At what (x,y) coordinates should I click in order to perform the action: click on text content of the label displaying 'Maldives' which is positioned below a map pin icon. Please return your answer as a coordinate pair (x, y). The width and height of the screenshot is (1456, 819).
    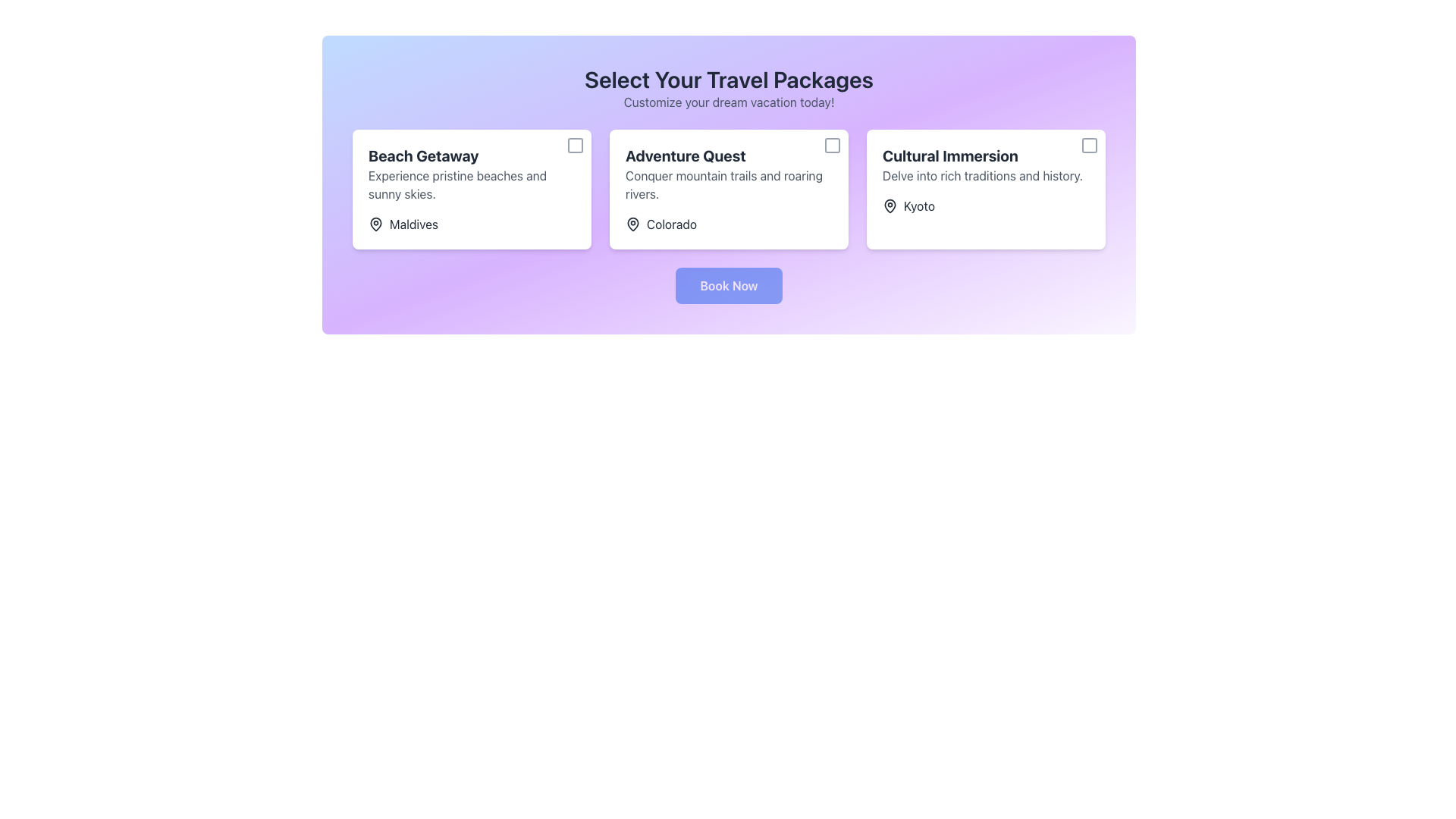
    Looking at the image, I should click on (414, 224).